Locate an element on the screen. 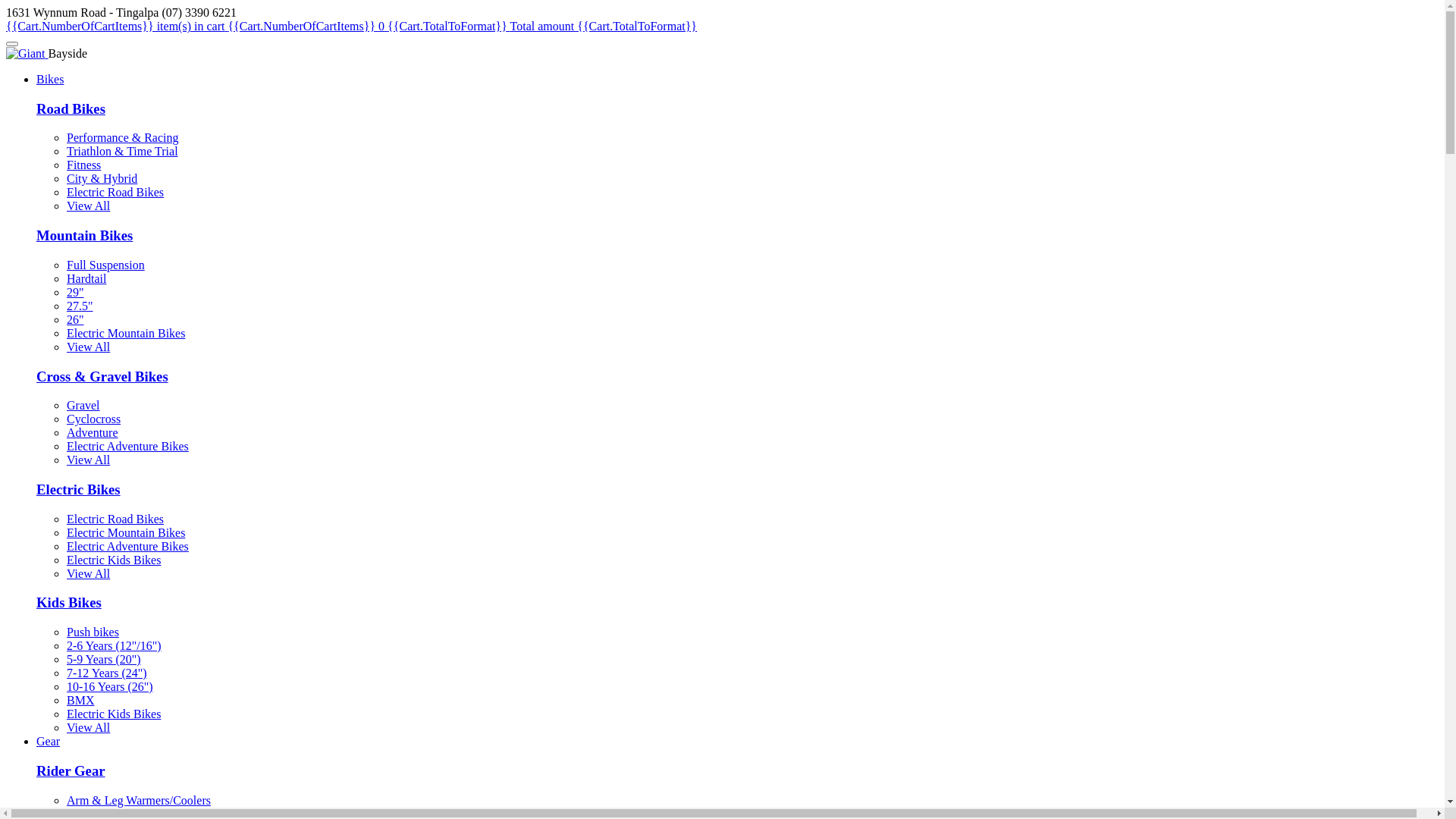 The image size is (1456, 819). 'Cross & Gravel Bikes' is located at coordinates (36, 375).